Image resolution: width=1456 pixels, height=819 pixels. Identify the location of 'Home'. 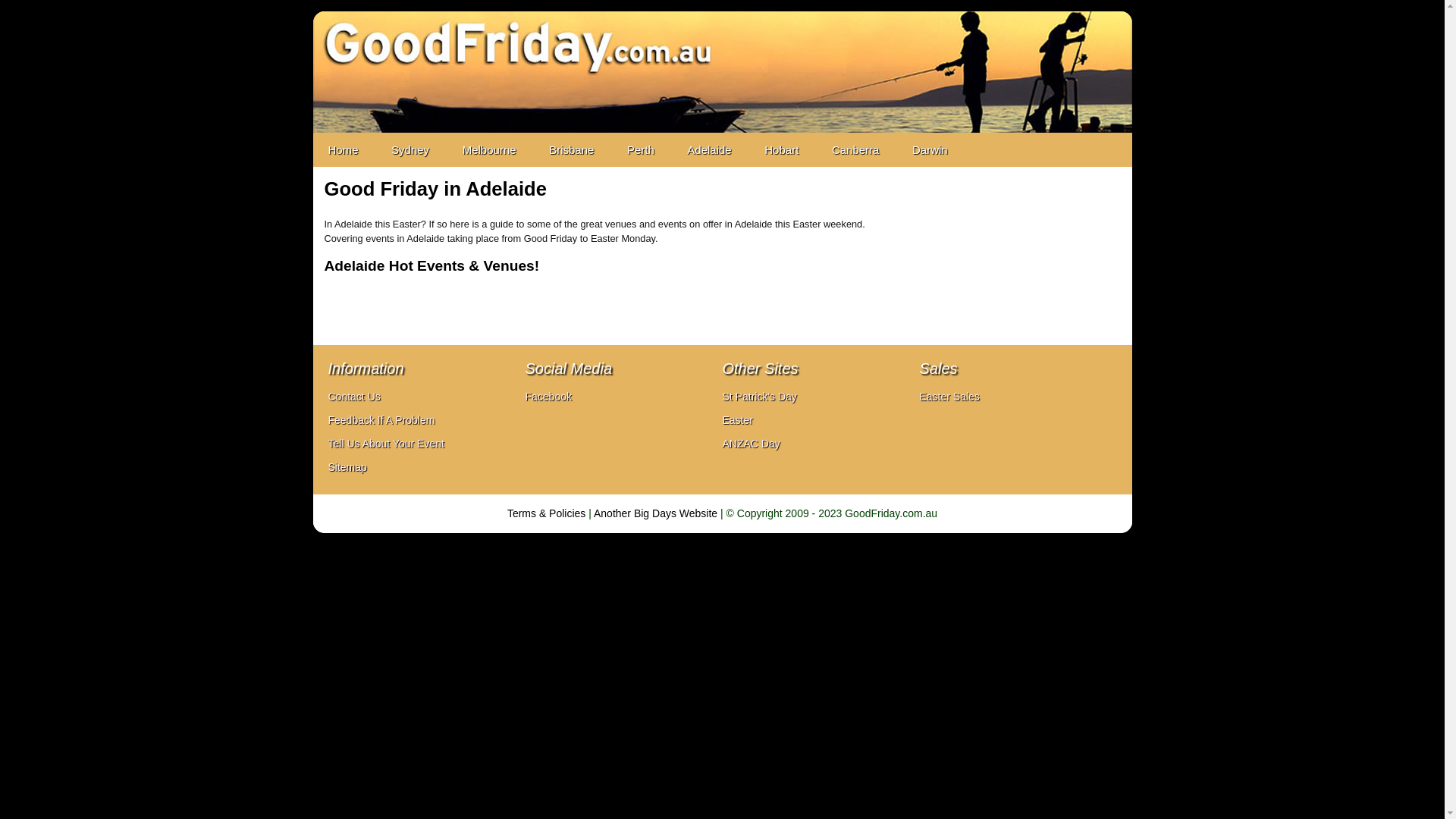
(341, 149).